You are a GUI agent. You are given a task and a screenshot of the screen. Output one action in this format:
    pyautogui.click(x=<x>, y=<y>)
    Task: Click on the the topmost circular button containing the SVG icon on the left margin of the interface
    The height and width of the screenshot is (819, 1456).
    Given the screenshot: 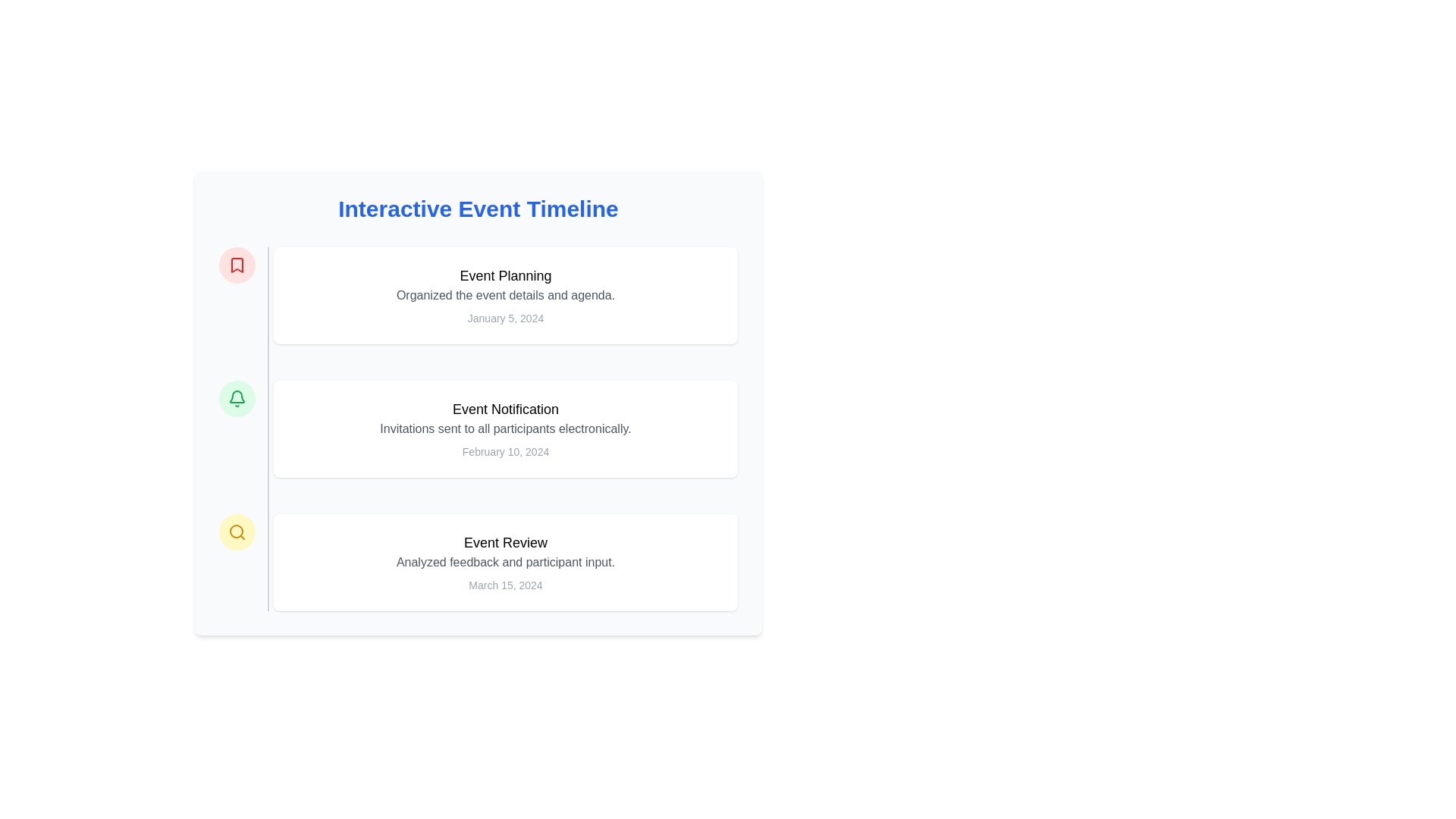 What is the action you would take?
    pyautogui.click(x=236, y=265)
    